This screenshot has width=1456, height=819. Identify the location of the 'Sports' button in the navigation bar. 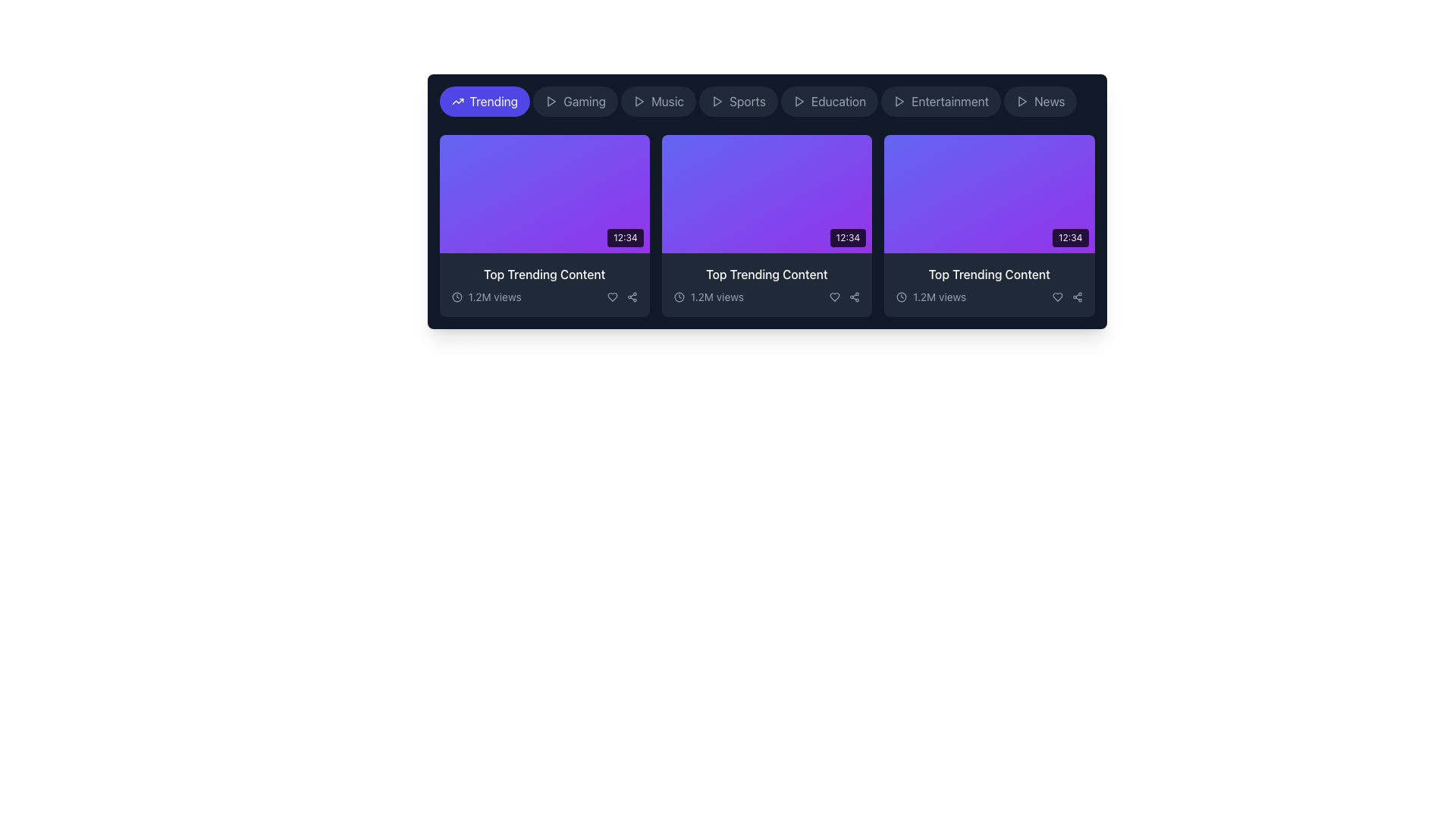
(767, 102).